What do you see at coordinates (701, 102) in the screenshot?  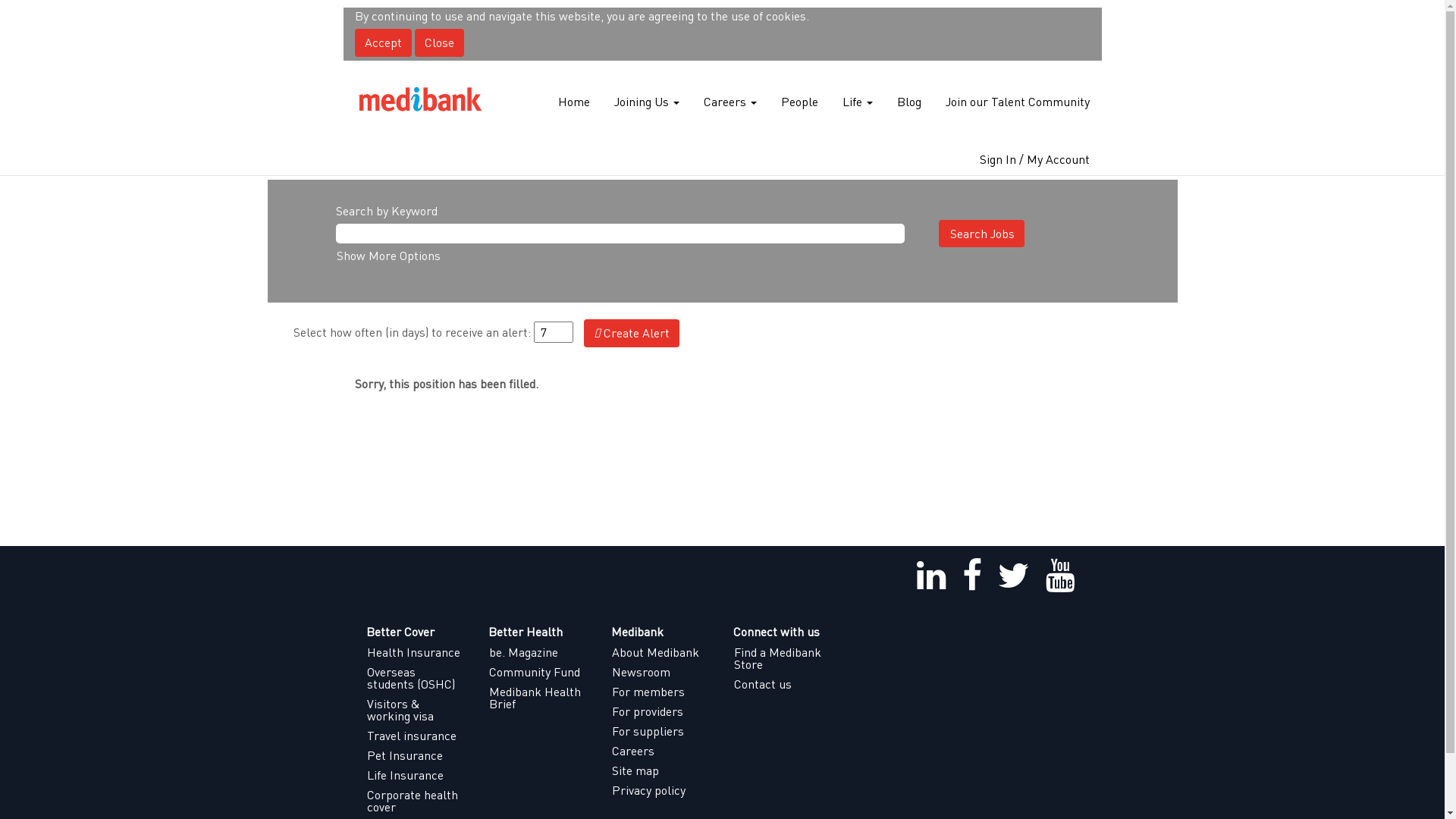 I see `'Careers'` at bounding box center [701, 102].